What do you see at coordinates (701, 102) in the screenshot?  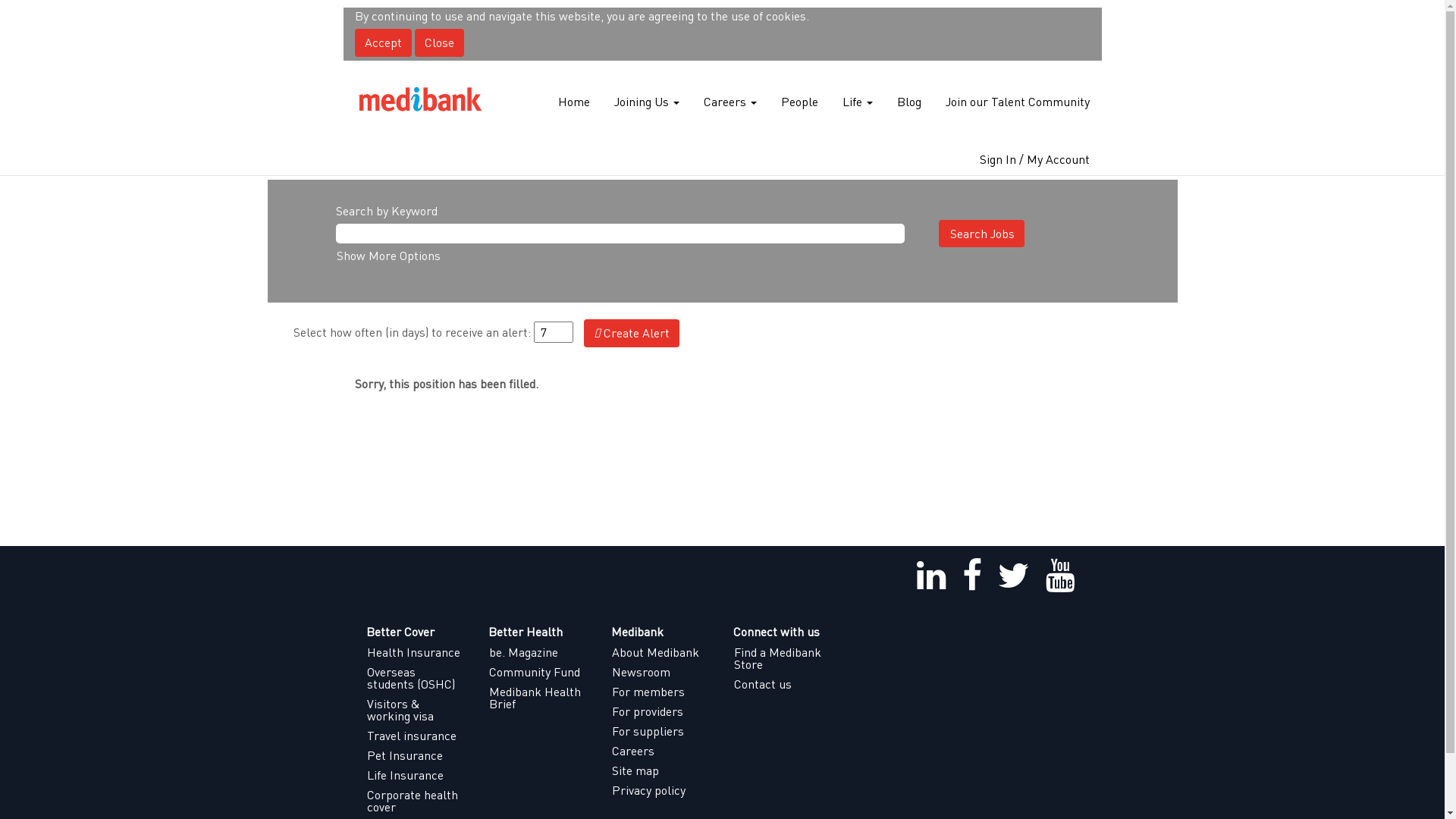 I see `'Careers'` at bounding box center [701, 102].